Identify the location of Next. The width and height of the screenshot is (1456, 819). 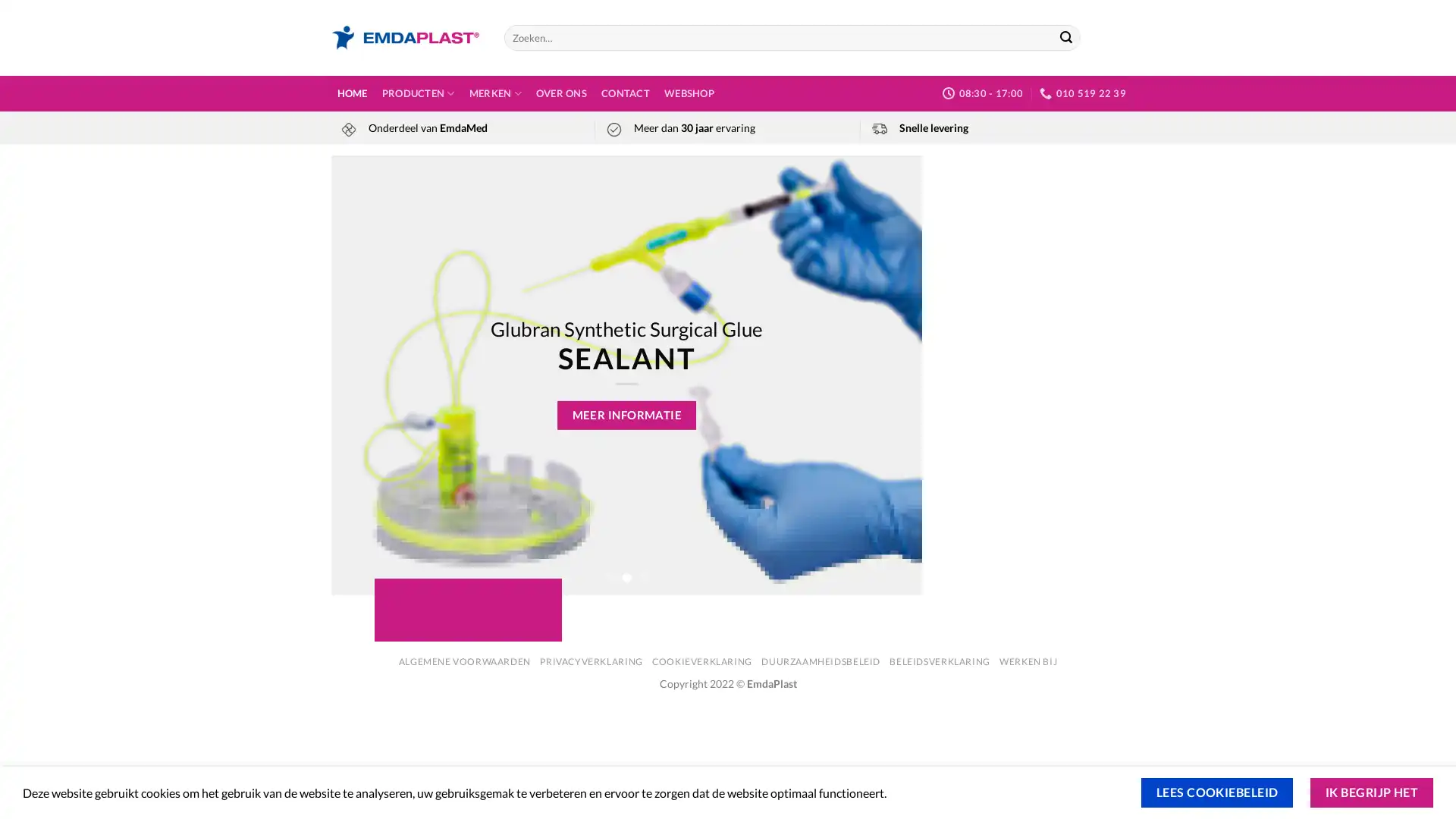
(891, 374).